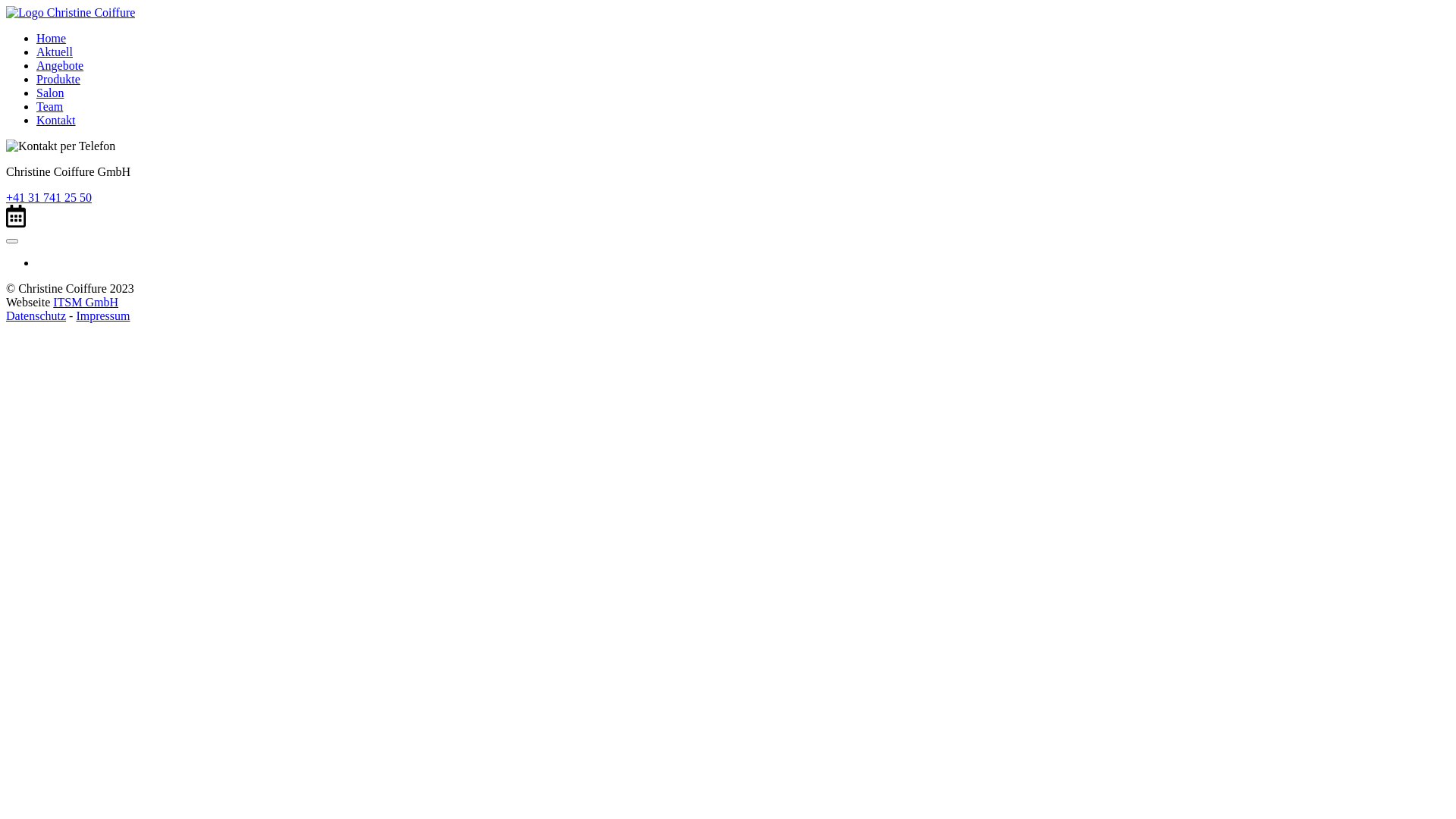  What do you see at coordinates (59, 64) in the screenshot?
I see `'Angebote'` at bounding box center [59, 64].